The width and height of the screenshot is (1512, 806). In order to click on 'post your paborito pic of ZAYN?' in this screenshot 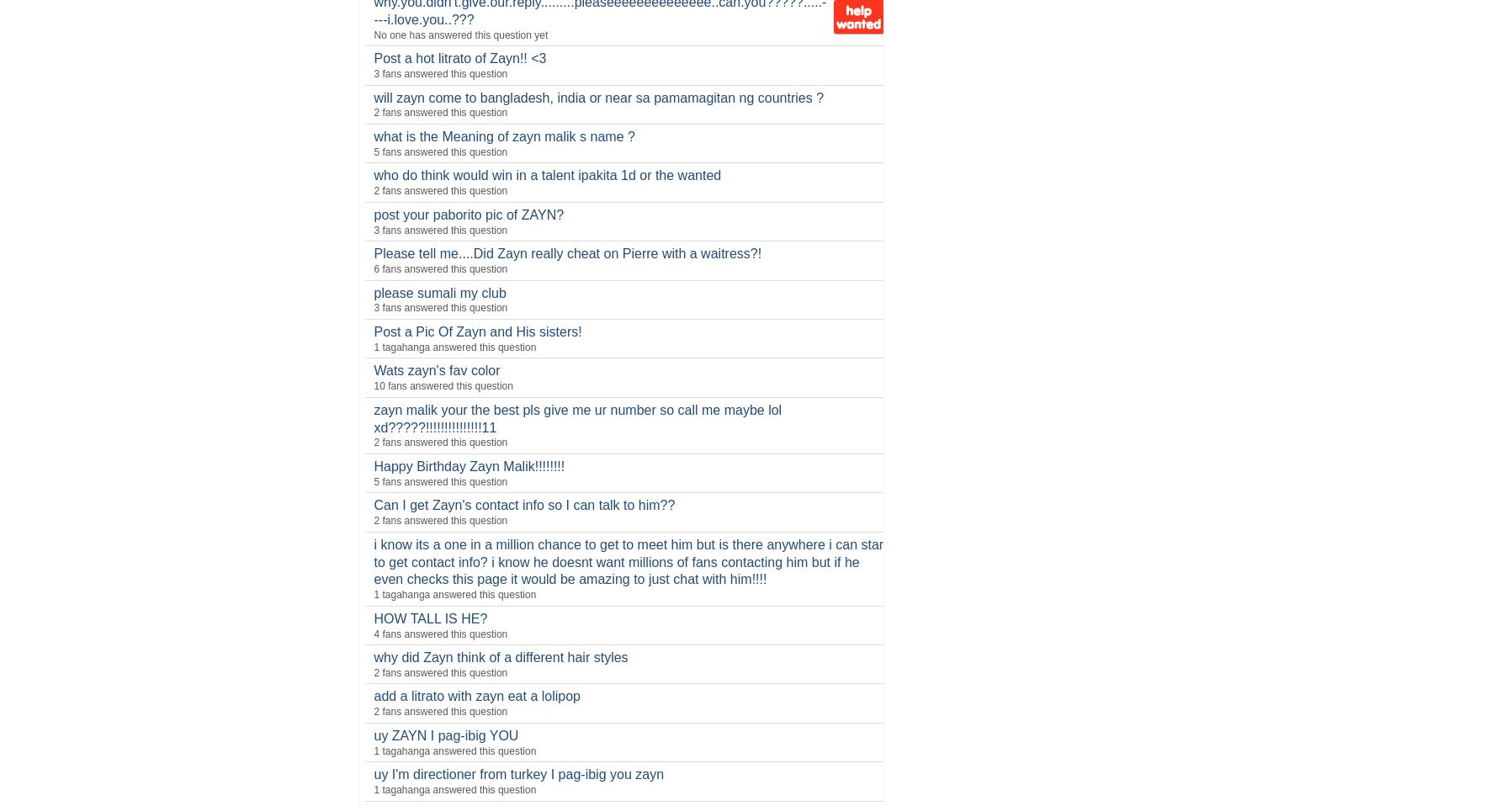, I will do `click(469, 214)`.